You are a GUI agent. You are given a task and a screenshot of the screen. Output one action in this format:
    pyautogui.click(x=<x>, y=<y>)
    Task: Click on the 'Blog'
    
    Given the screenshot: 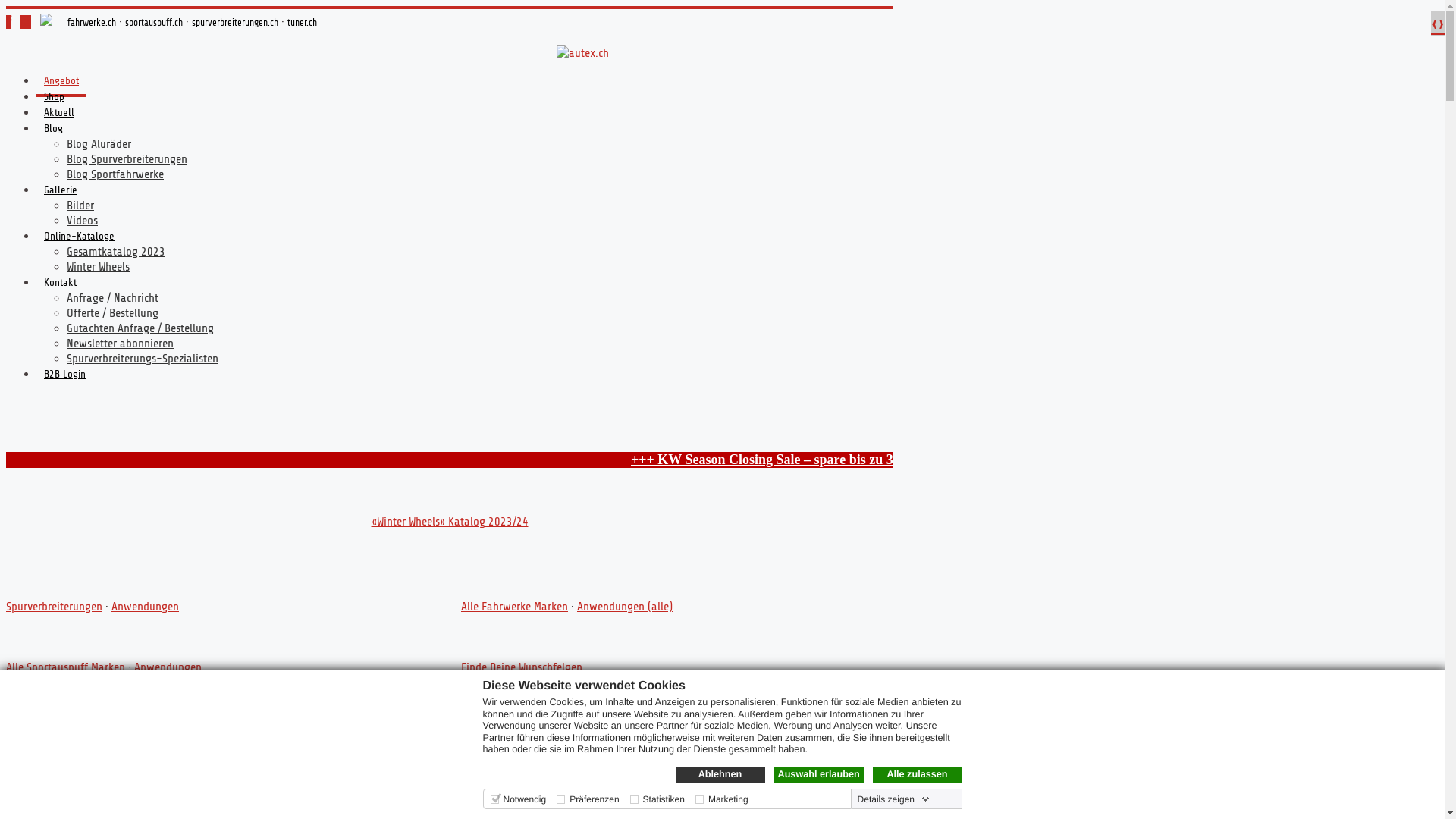 What is the action you would take?
    pyautogui.click(x=53, y=130)
    